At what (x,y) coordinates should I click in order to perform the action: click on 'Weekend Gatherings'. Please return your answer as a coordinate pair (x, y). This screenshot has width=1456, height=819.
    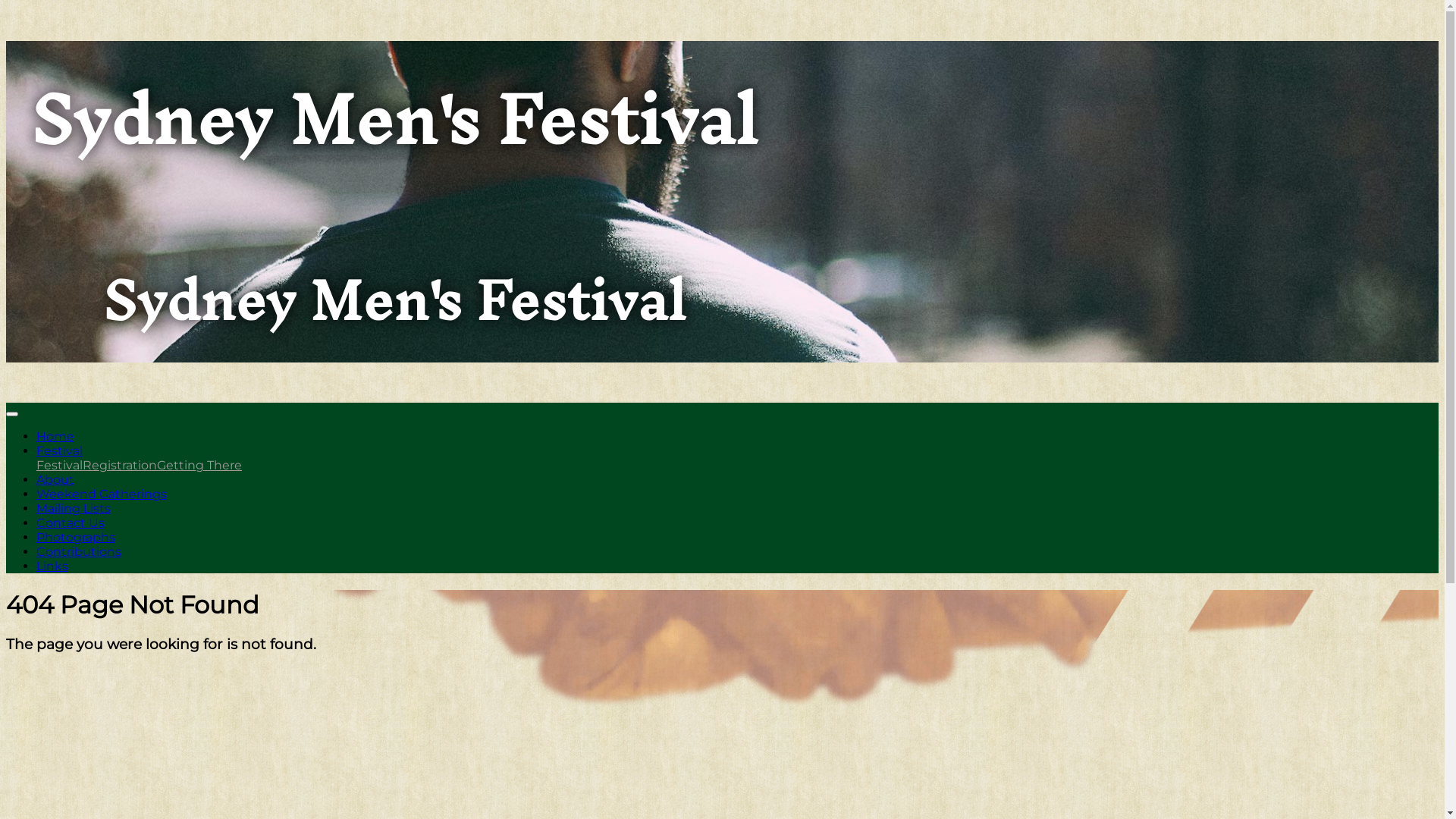
    Looking at the image, I should click on (101, 494).